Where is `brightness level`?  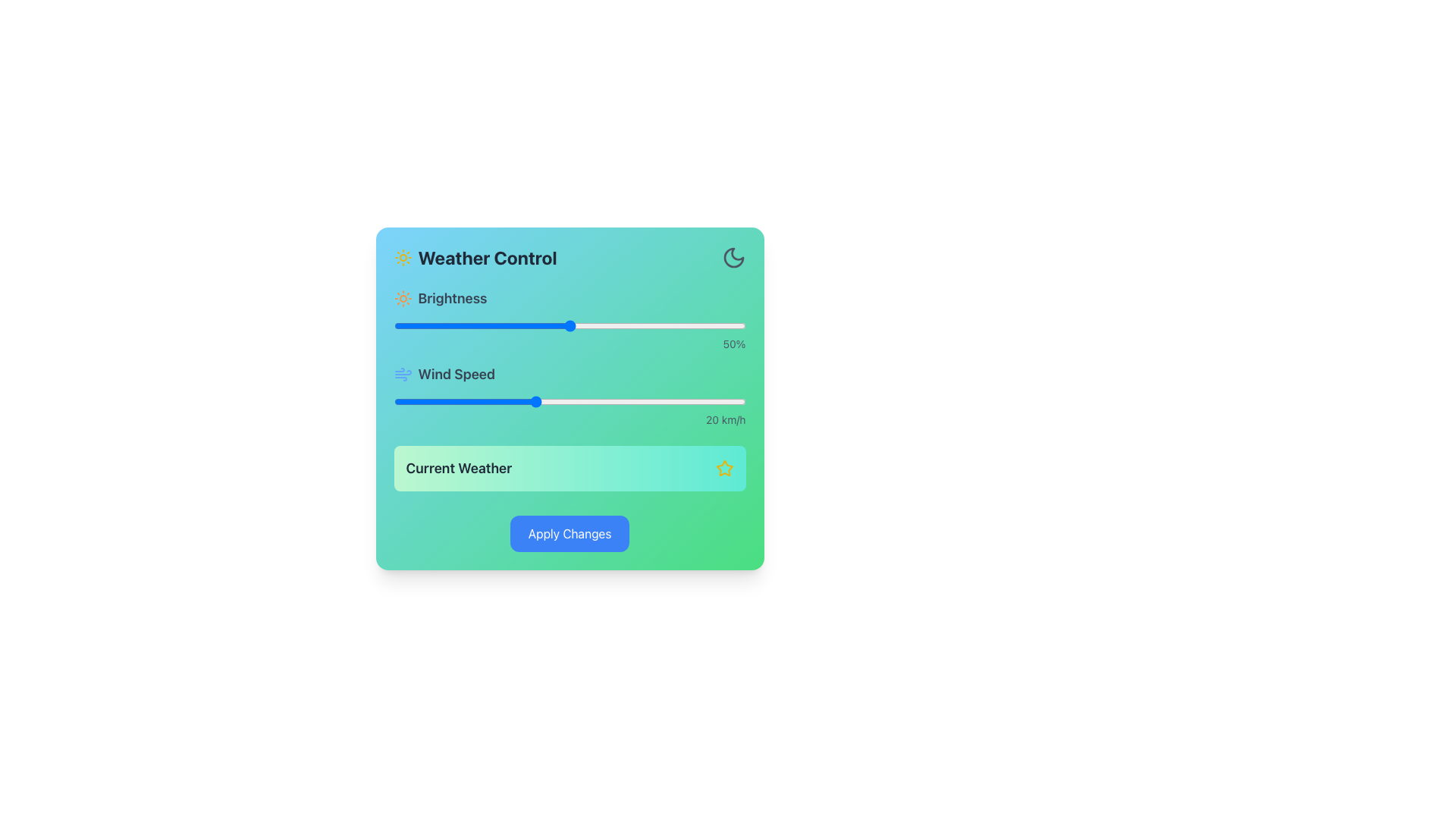 brightness level is located at coordinates (657, 325).